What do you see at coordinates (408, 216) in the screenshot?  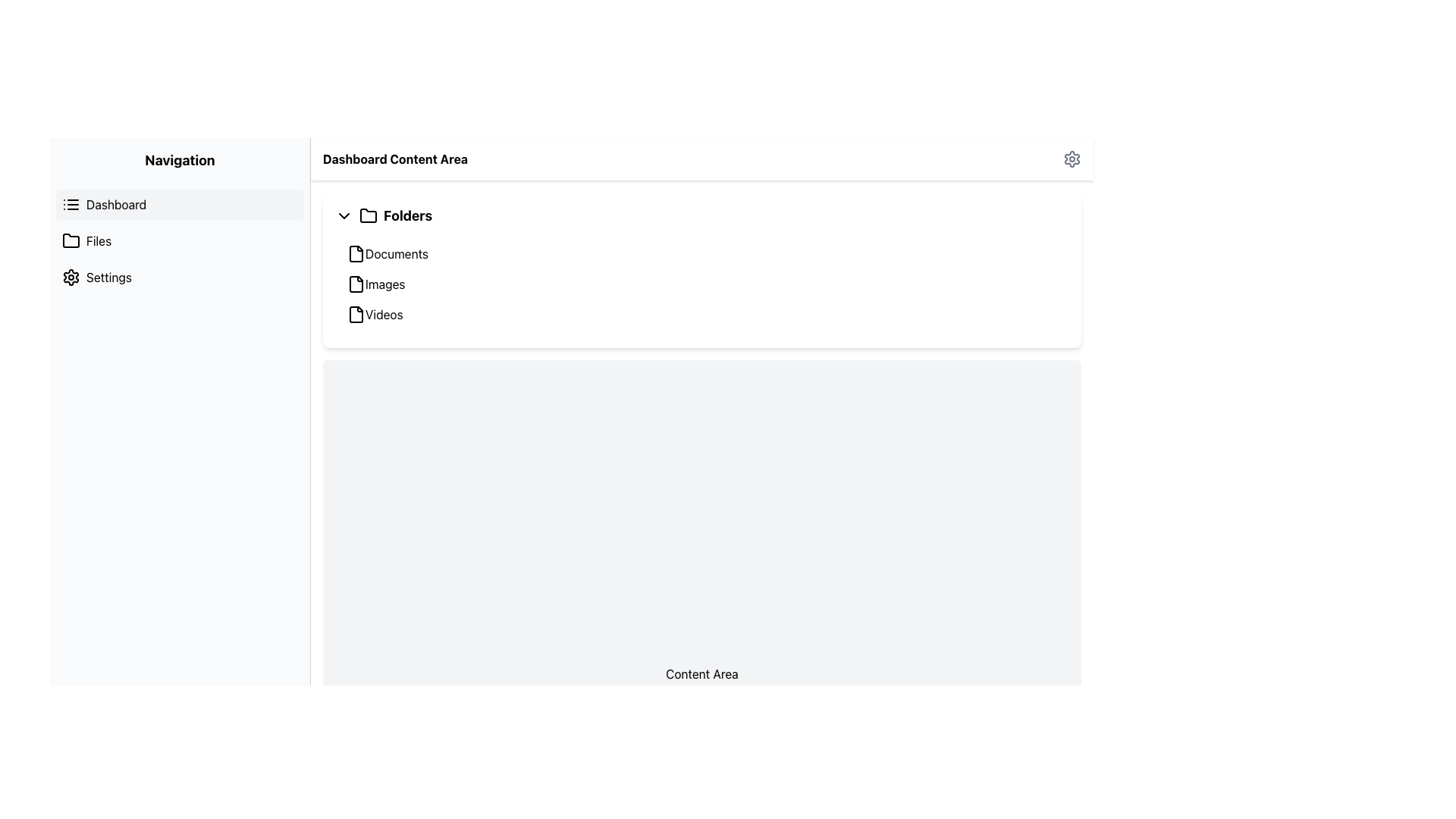 I see `title of the 'Folders' label, which is displayed in bold black font within the folder navigation structure, located below the 'Dashboard Content Area' heading` at bounding box center [408, 216].